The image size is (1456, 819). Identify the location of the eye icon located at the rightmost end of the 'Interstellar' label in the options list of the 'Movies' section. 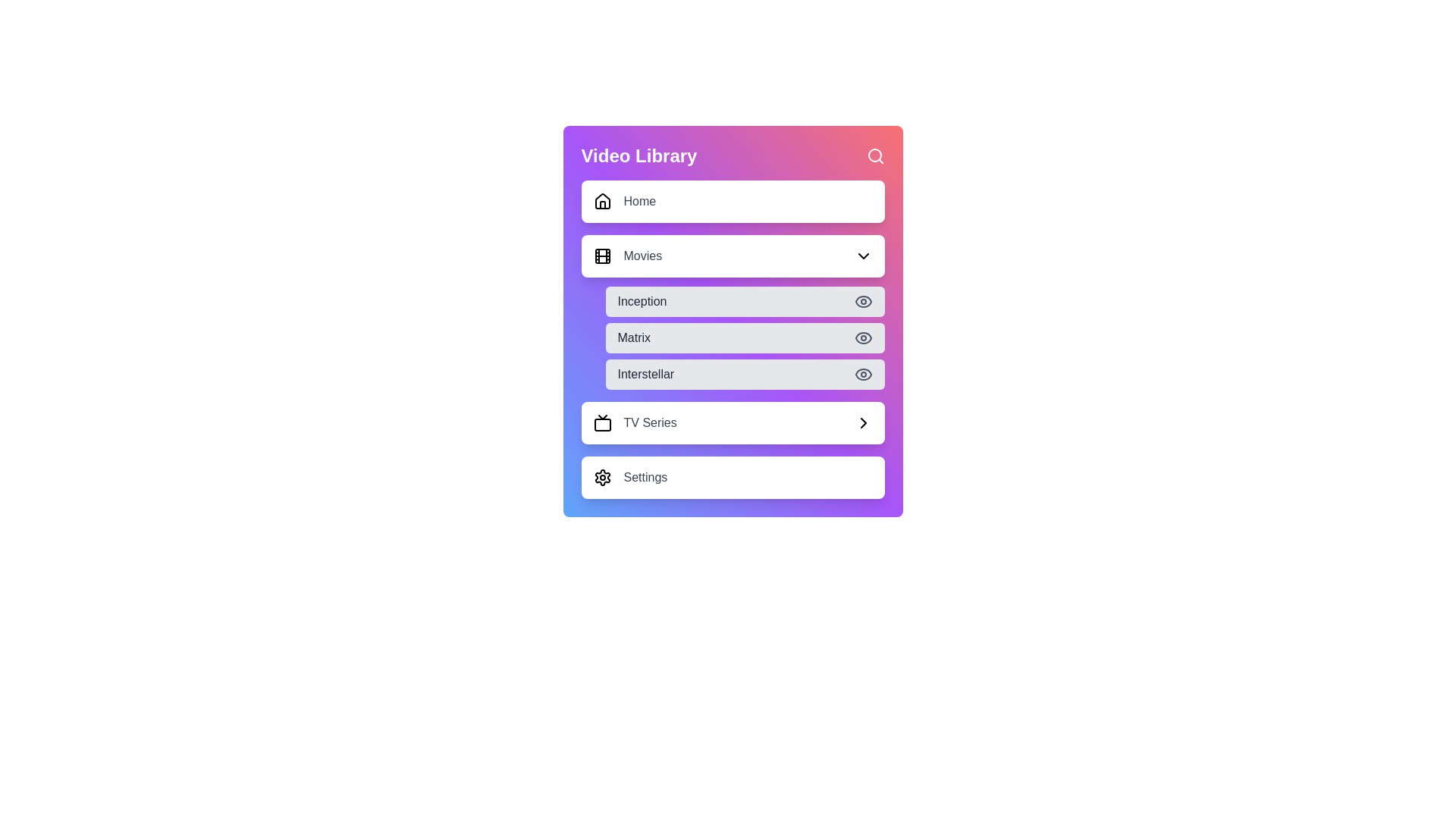
(863, 374).